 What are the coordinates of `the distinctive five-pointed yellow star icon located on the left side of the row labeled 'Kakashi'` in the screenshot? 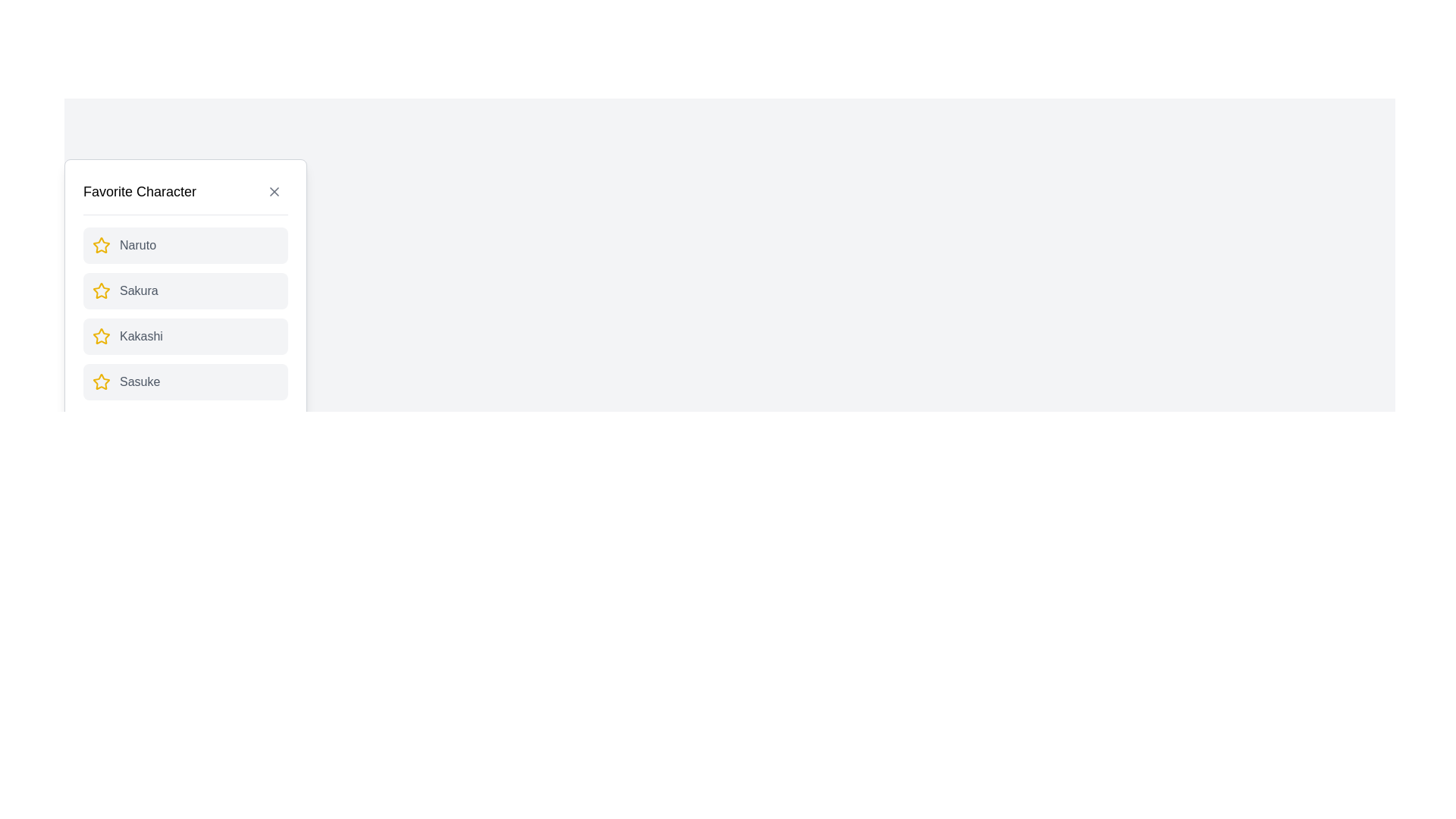 It's located at (101, 335).